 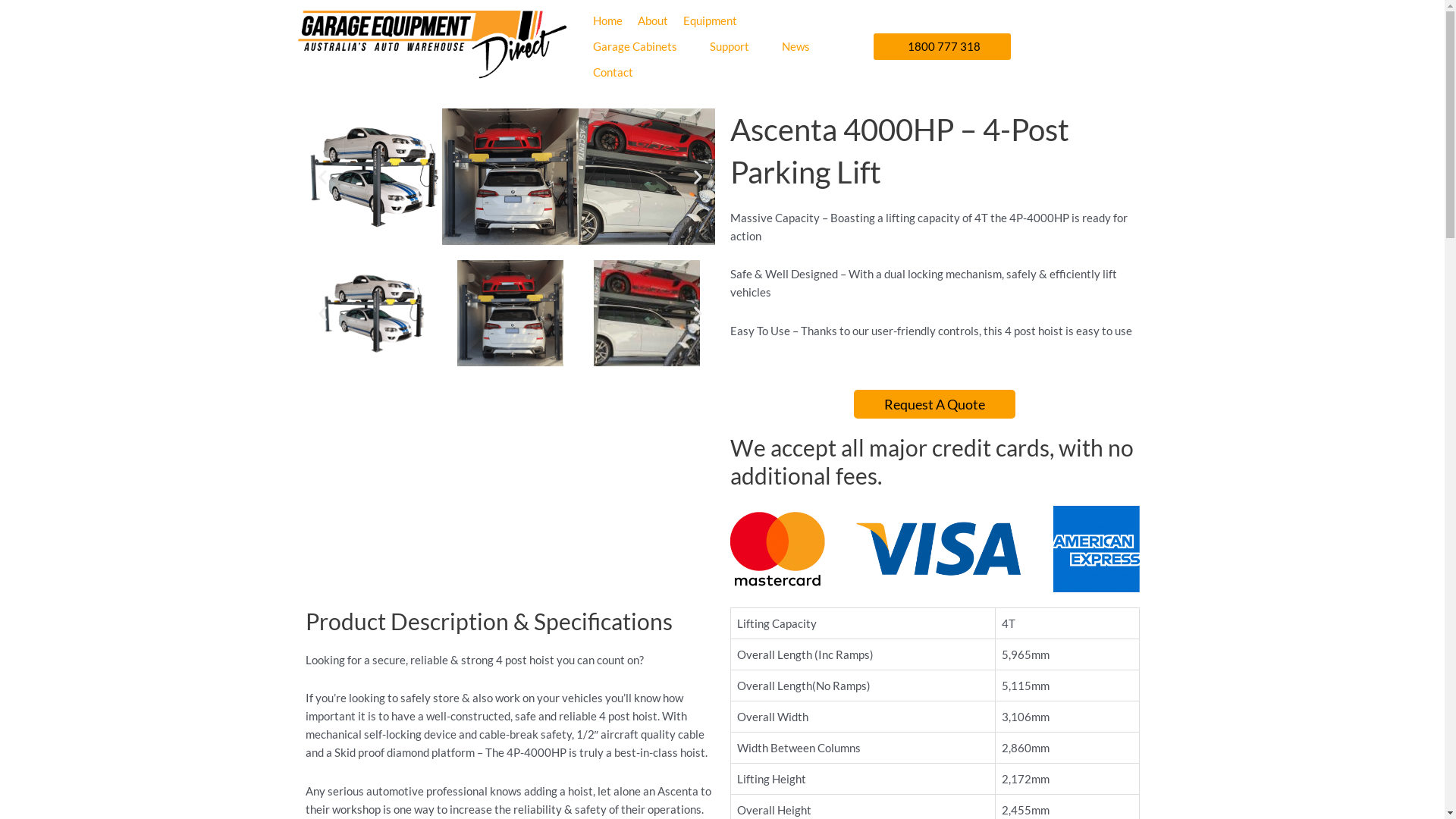 I want to click on 'Home', so click(x=592, y=20).